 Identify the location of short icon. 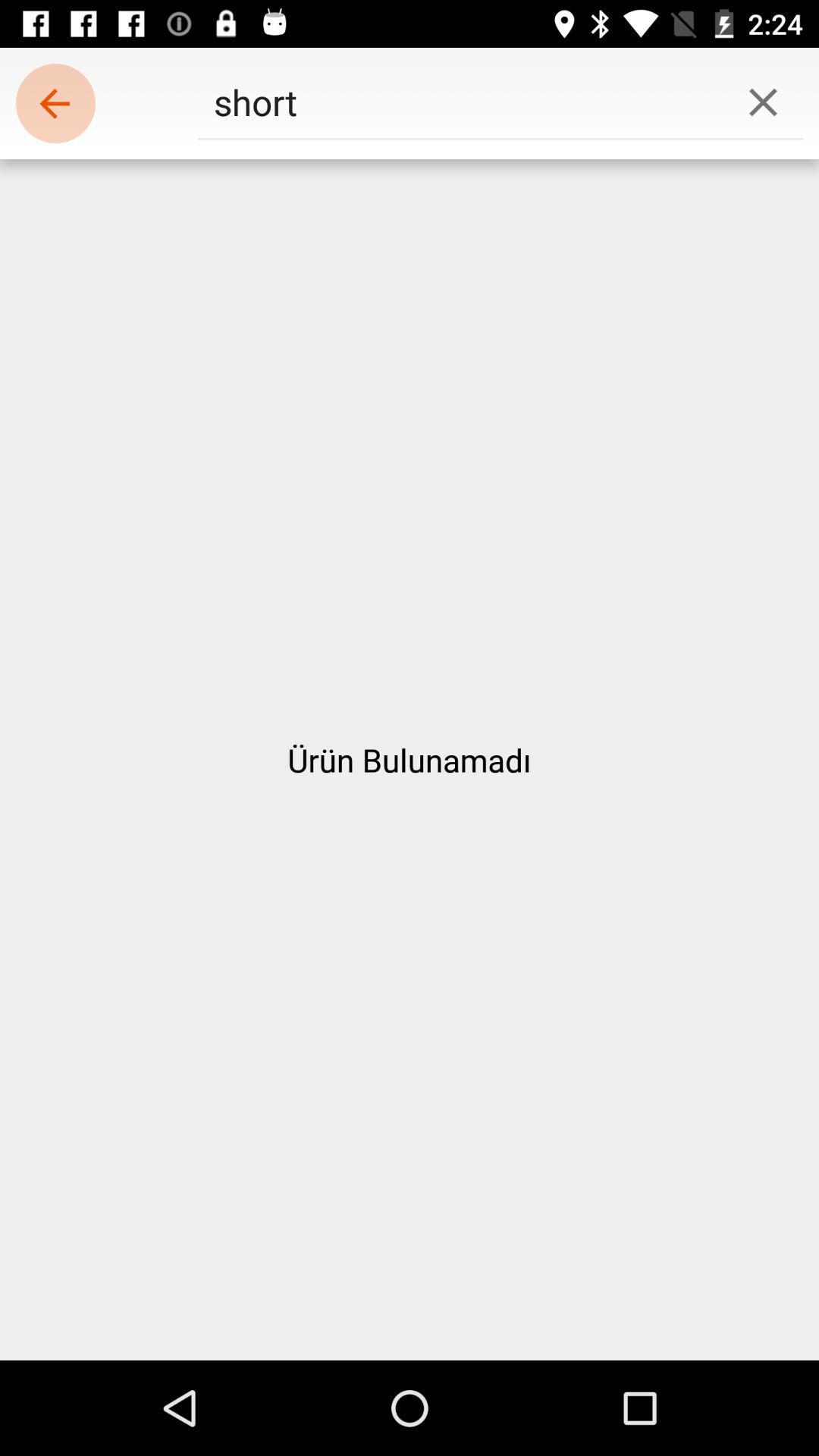
(460, 101).